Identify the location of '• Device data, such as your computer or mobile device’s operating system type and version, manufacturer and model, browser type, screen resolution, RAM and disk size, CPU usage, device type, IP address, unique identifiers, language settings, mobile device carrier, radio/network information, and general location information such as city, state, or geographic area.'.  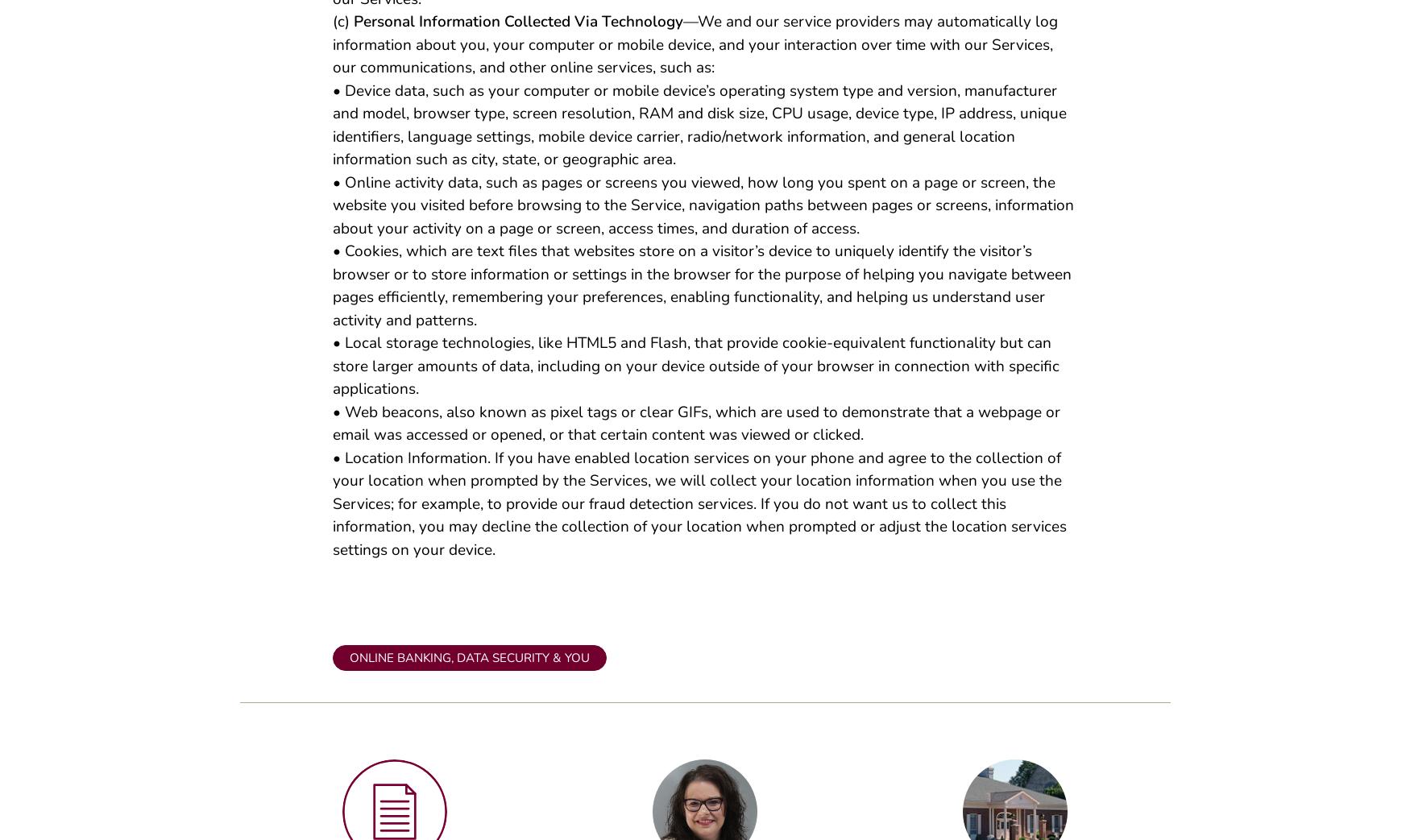
(699, 130).